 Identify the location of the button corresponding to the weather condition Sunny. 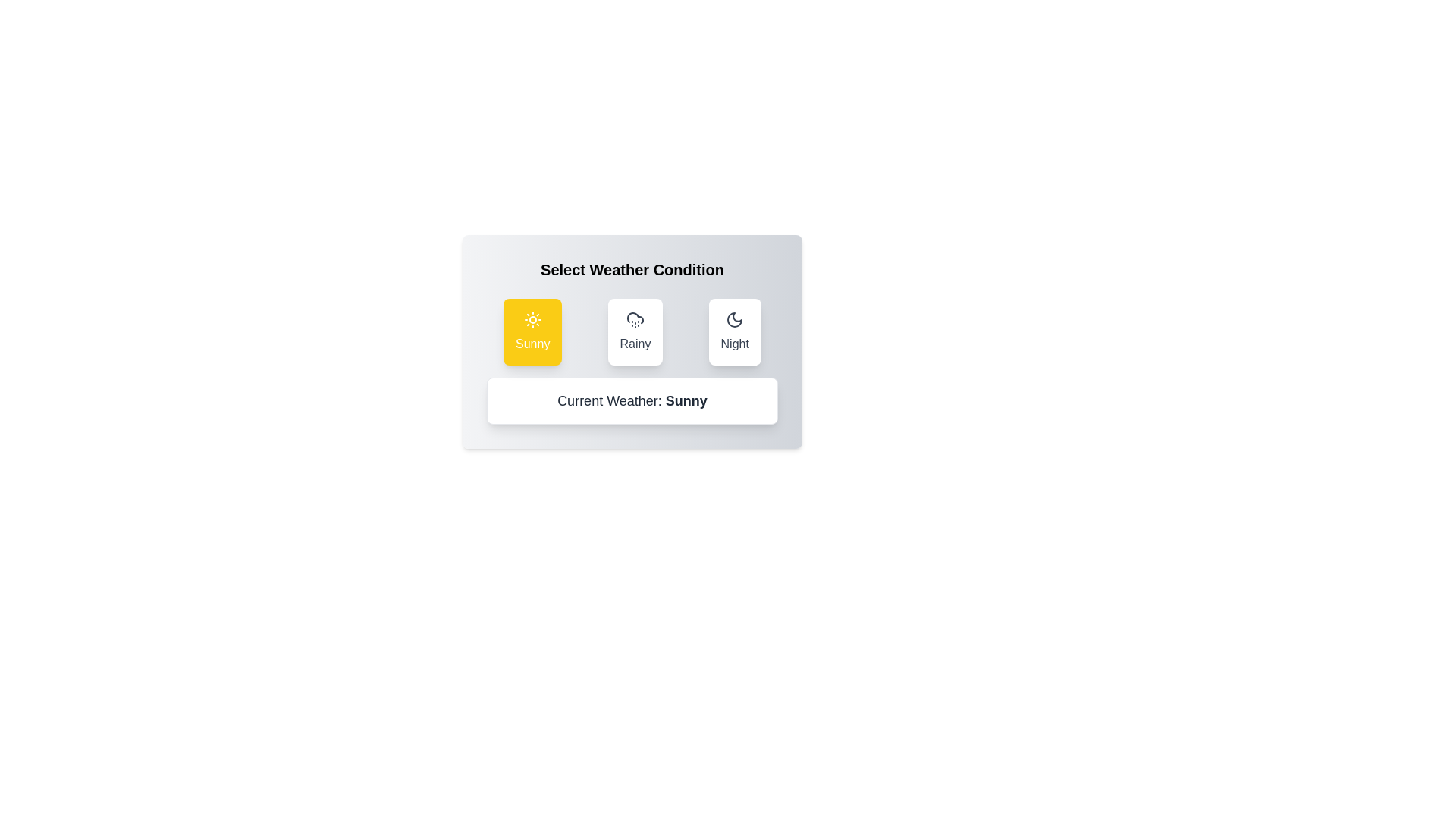
(532, 331).